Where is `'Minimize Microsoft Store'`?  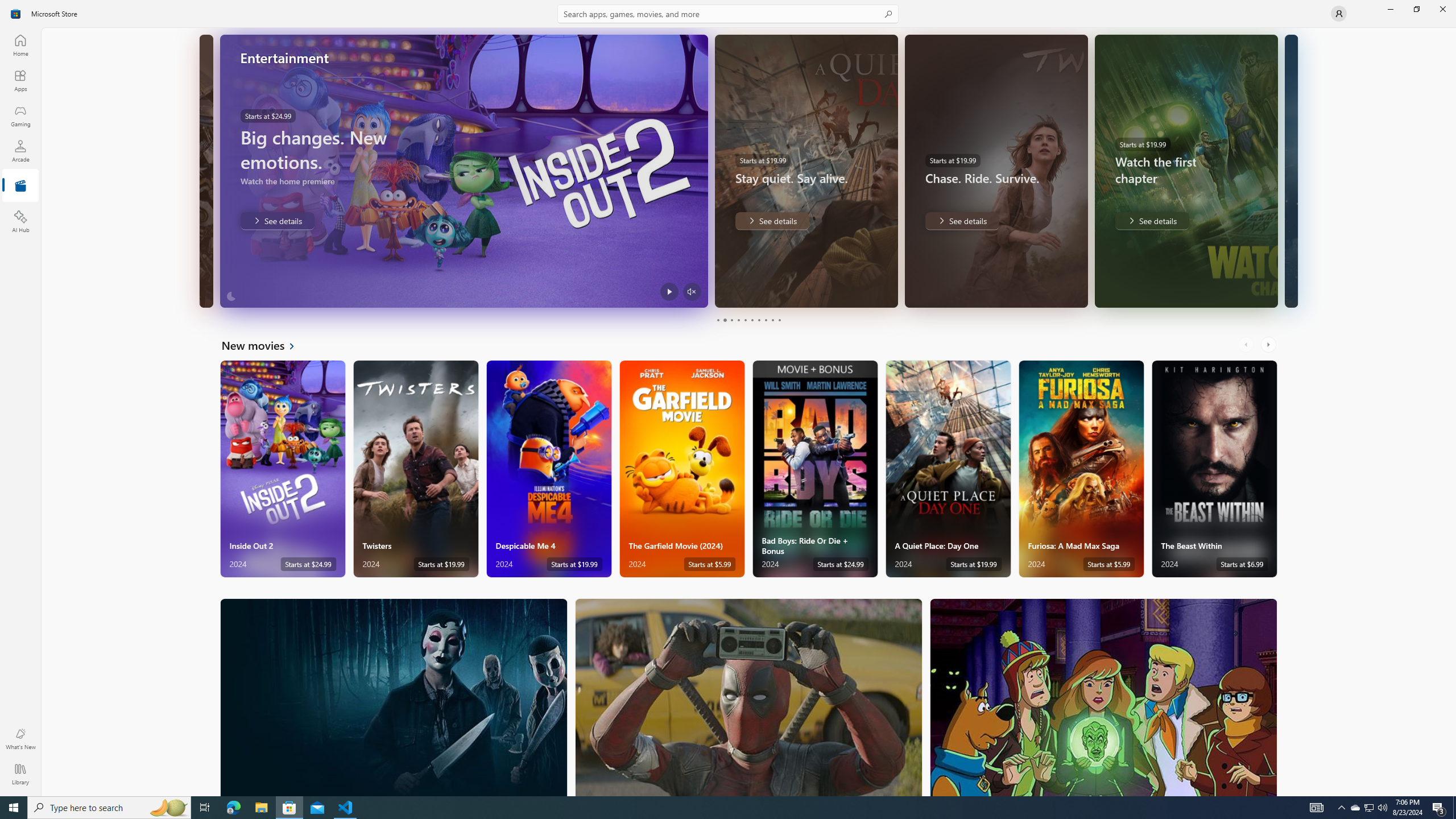 'Minimize Microsoft Store' is located at coordinates (1389, 9).